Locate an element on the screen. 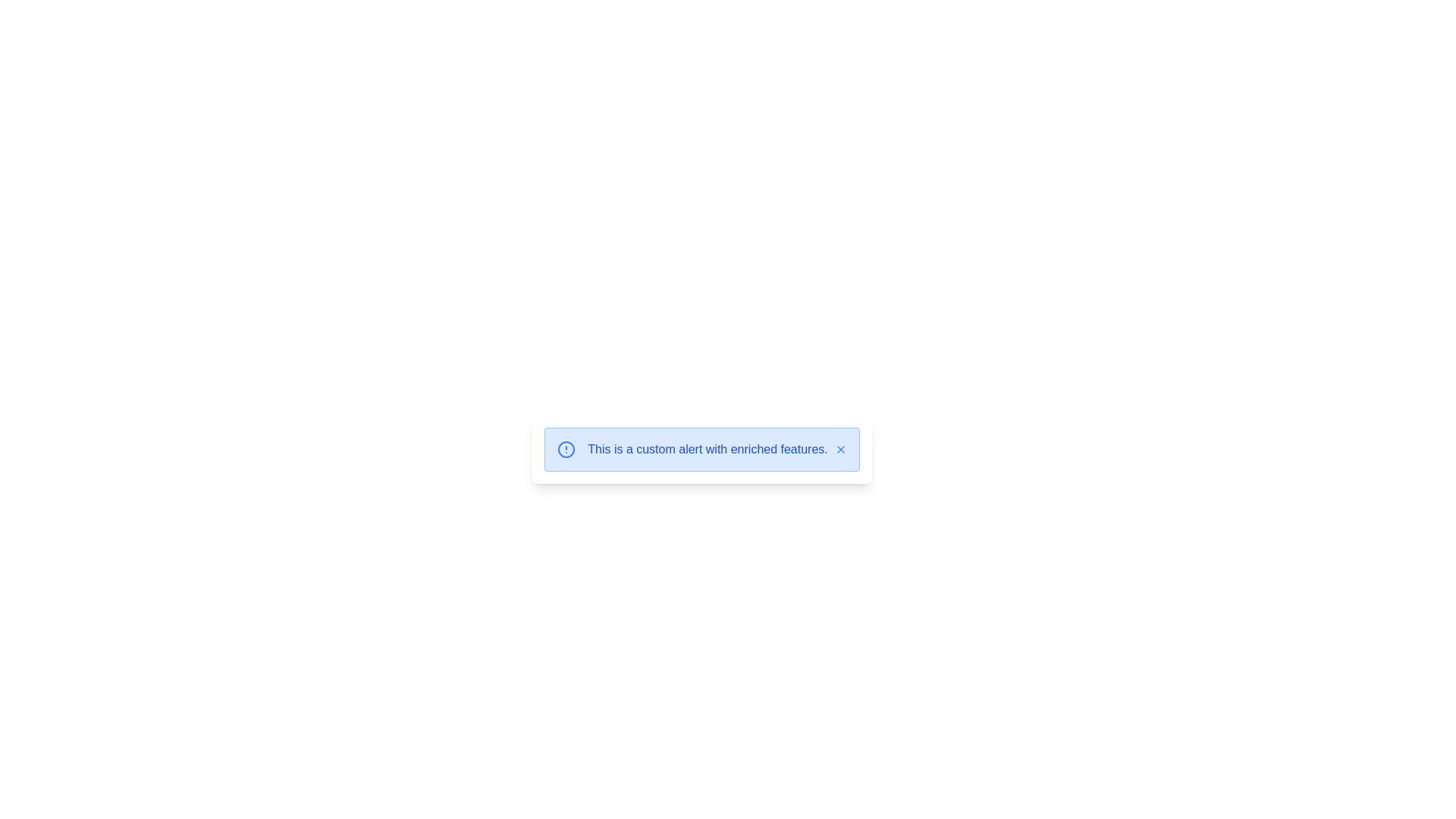  the notification alert box with a light blue background that contains an exclamation icon and a close button is located at coordinates (701, 449).